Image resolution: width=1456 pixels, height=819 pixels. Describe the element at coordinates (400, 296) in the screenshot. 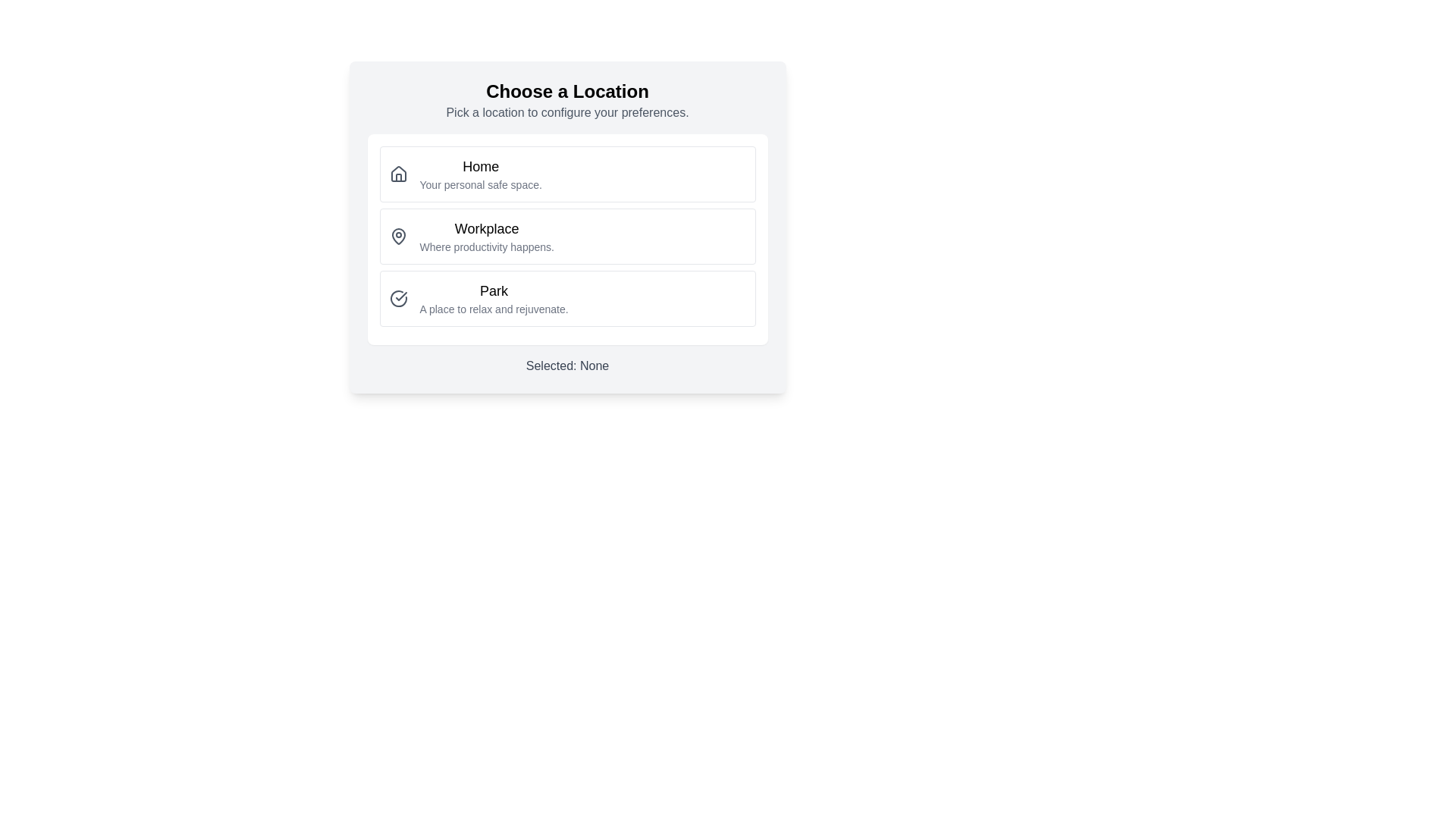

I see `the checkmark icon within the rounded outline that represents the 'Park' option to trigger a tooltip or highlight effect` at that location.